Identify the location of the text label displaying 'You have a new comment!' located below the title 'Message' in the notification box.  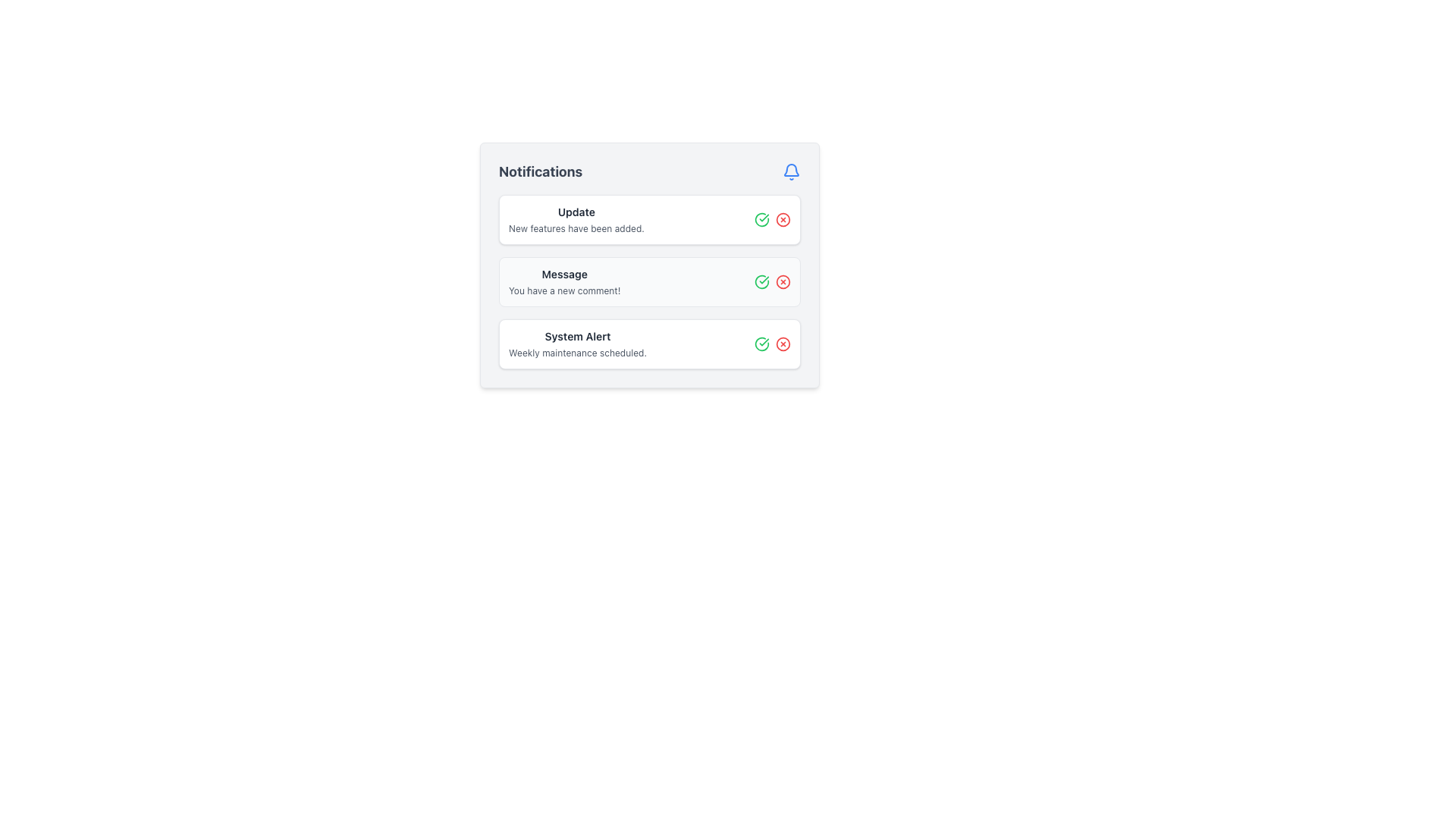
(563, 291).